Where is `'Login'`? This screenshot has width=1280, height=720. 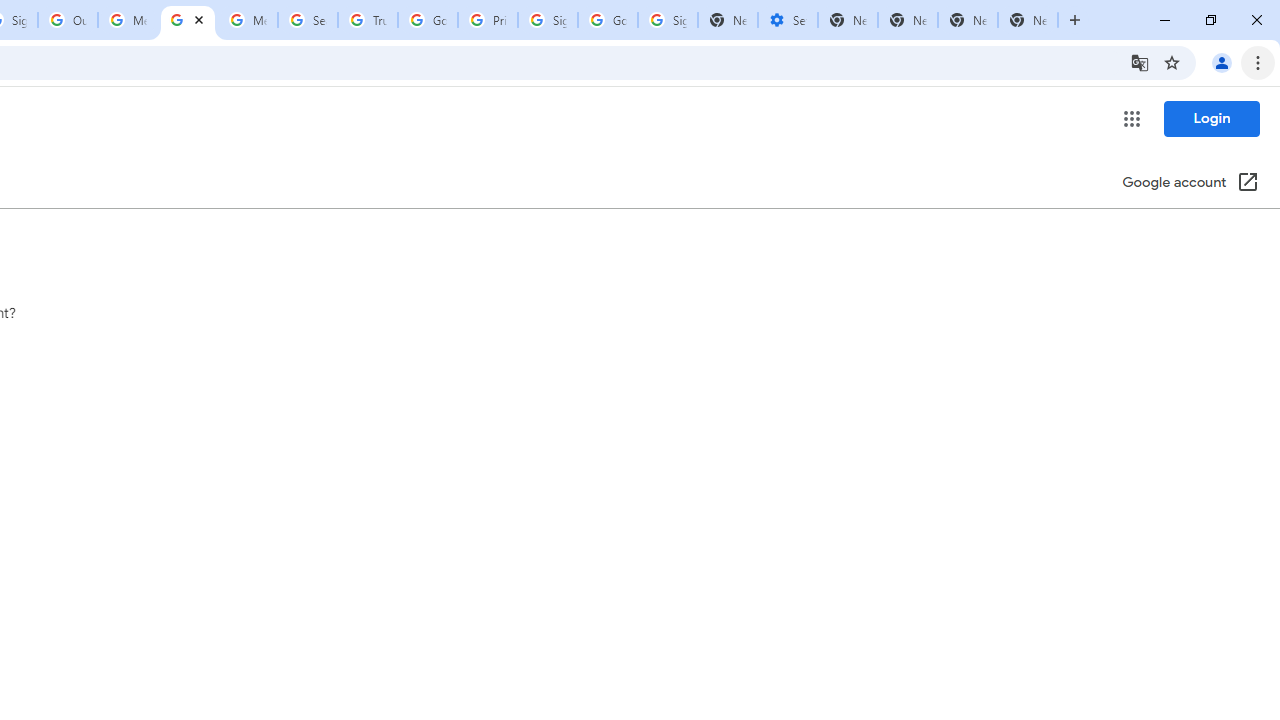
'Login' is located at coordinates (1210, 118).